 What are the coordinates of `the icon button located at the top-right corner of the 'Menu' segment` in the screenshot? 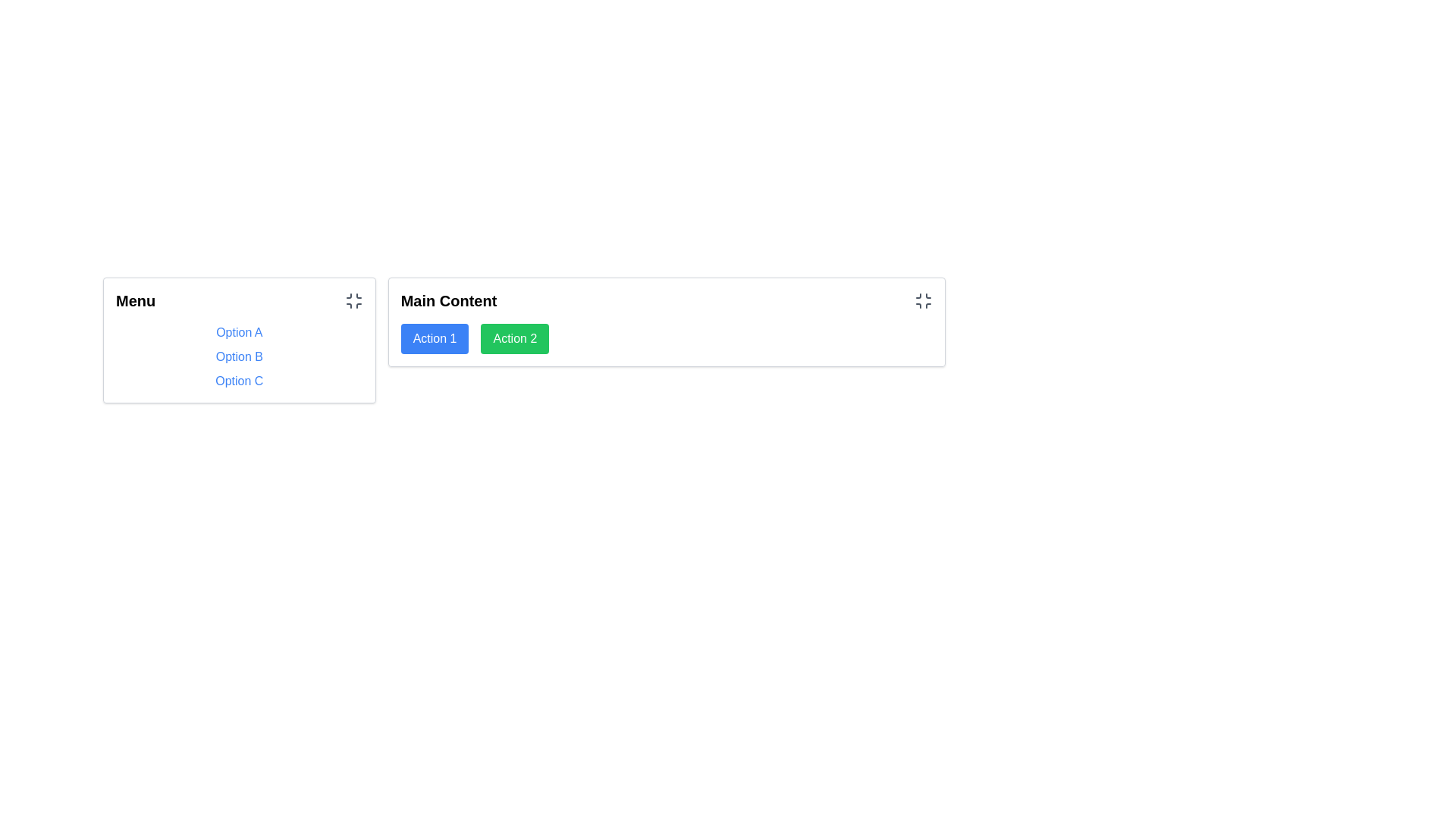 It's located at (353, 301).